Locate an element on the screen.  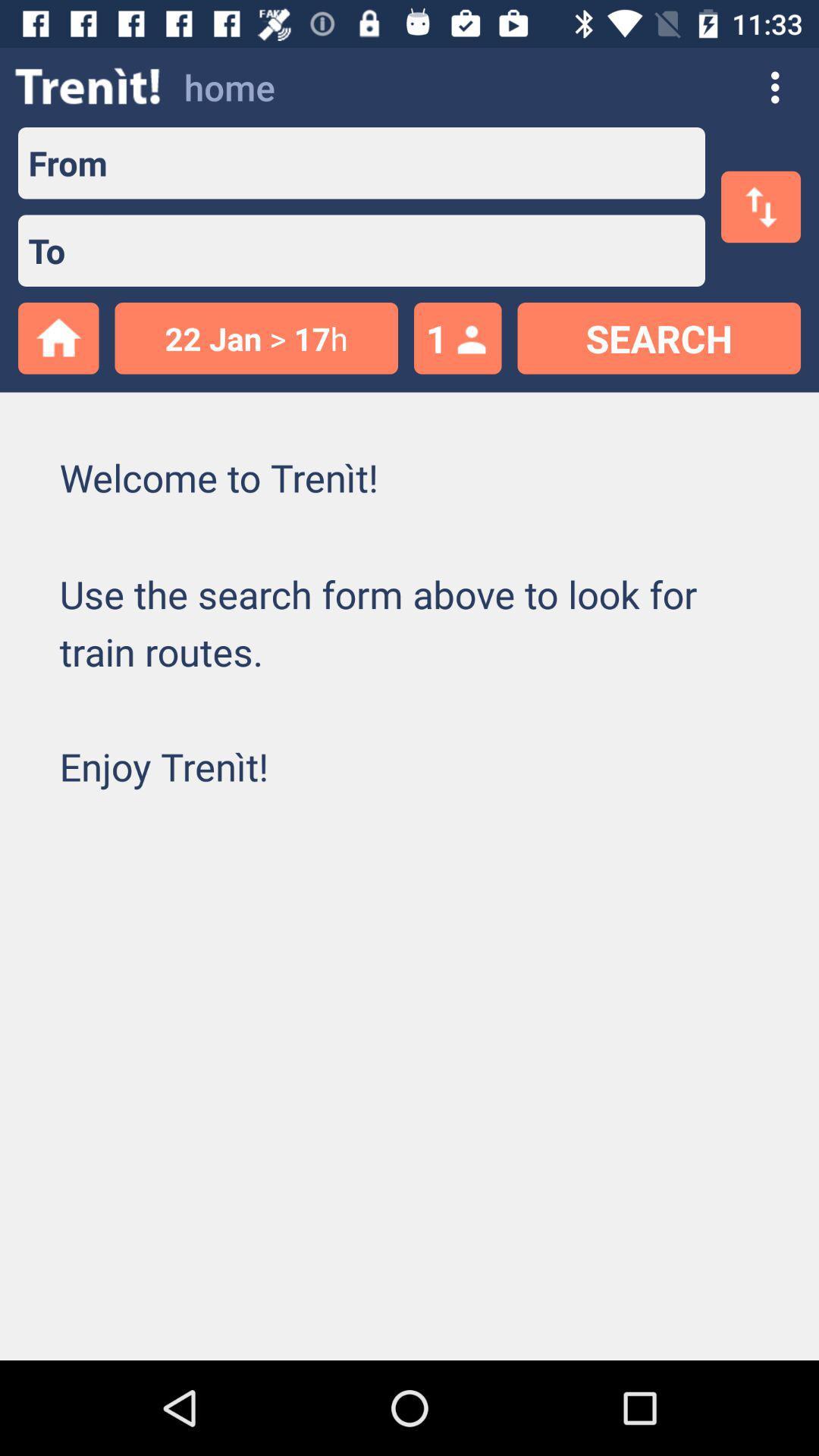
the swap icon is located at coordinates (761, 206).